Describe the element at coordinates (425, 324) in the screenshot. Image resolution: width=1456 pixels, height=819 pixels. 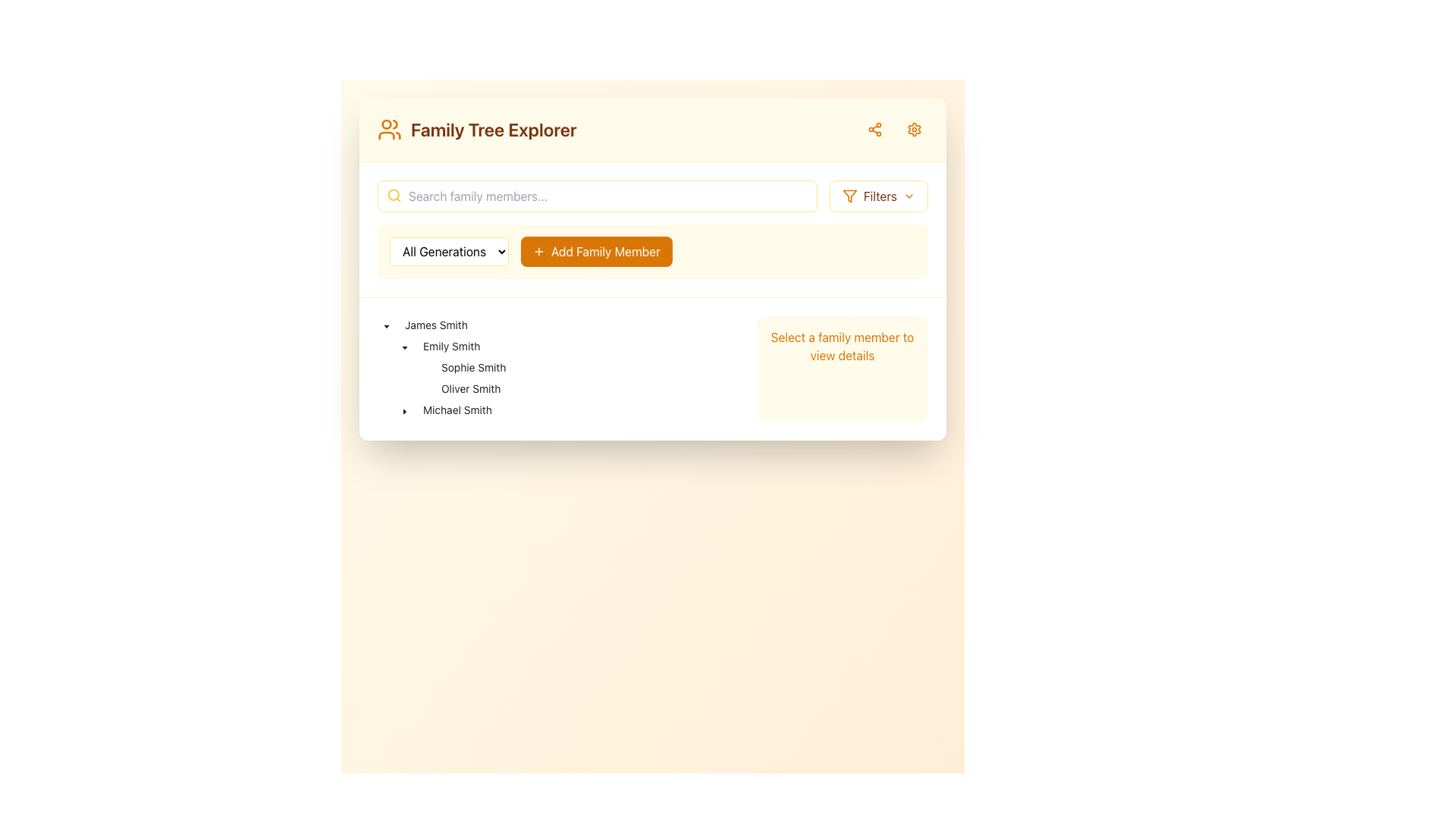
I see `the Tree View Item labeled 'James Smith'` at that location.